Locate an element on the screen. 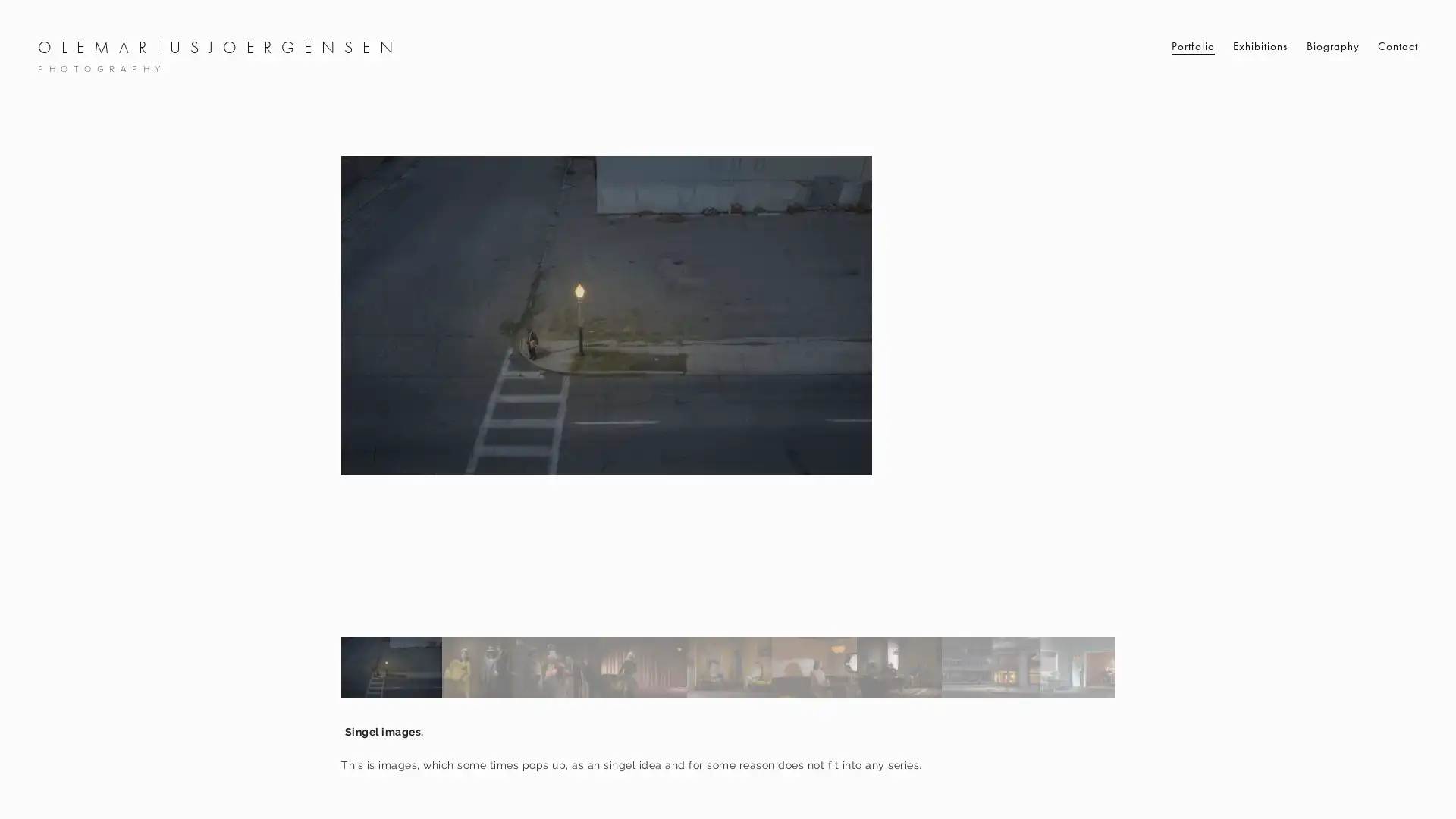 Image resolution: width=1456 pixels, height=819 pixels. Slide 7 is located at coordinates (899, 666).